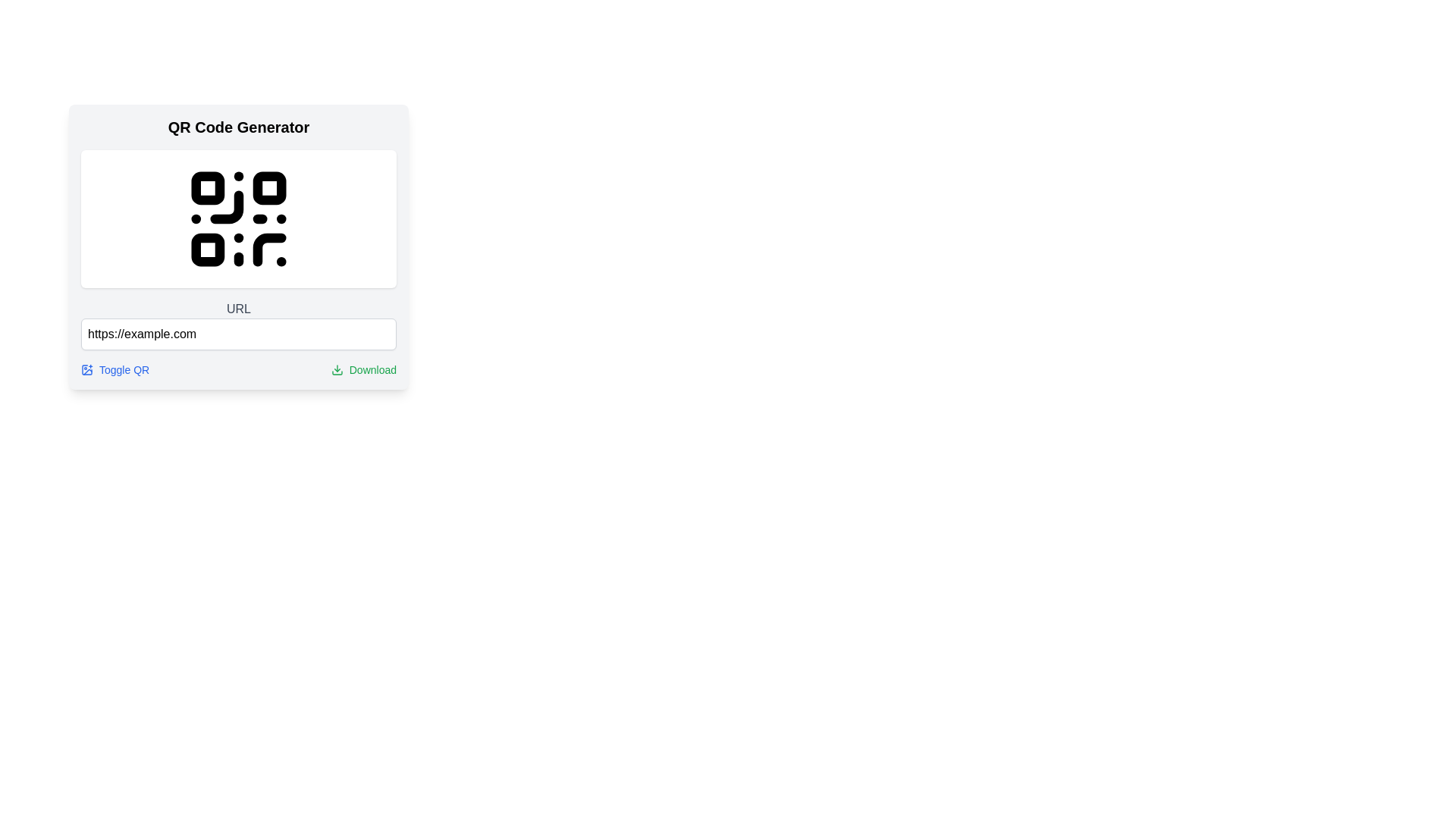  What do you see at coordinates (269, 187) in the screenshot?
I see `the second square block positioned in the upper right corner of the QR code grid, which is part of the QR Code Generator interface` at bounding box center [269, 187].